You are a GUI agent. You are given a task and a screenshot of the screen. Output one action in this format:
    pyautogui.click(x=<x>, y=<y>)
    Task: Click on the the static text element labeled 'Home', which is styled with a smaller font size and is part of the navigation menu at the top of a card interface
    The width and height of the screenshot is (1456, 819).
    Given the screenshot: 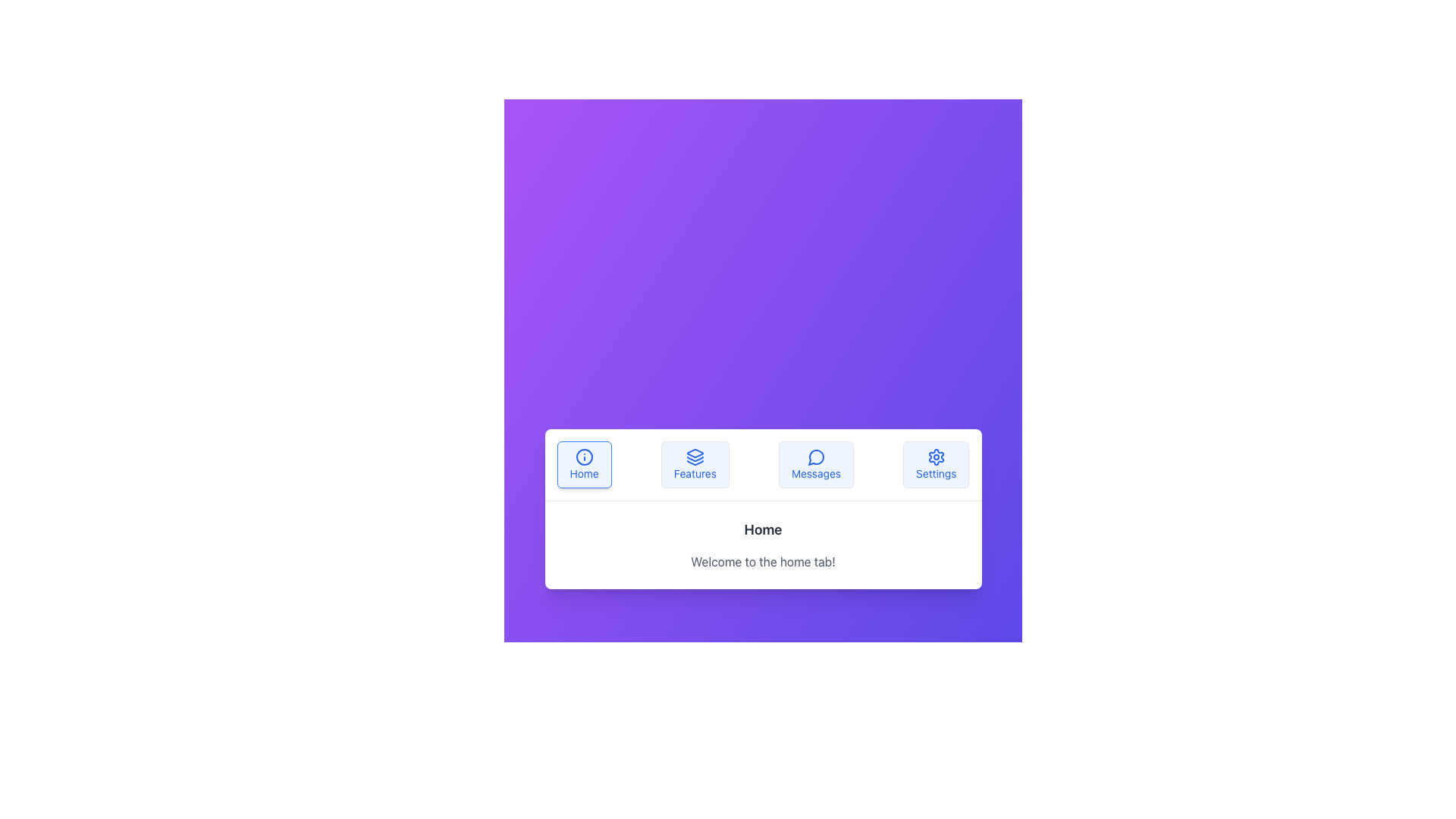 What is the action you would take?
    pyautogui.click(x=583, y=472)
    